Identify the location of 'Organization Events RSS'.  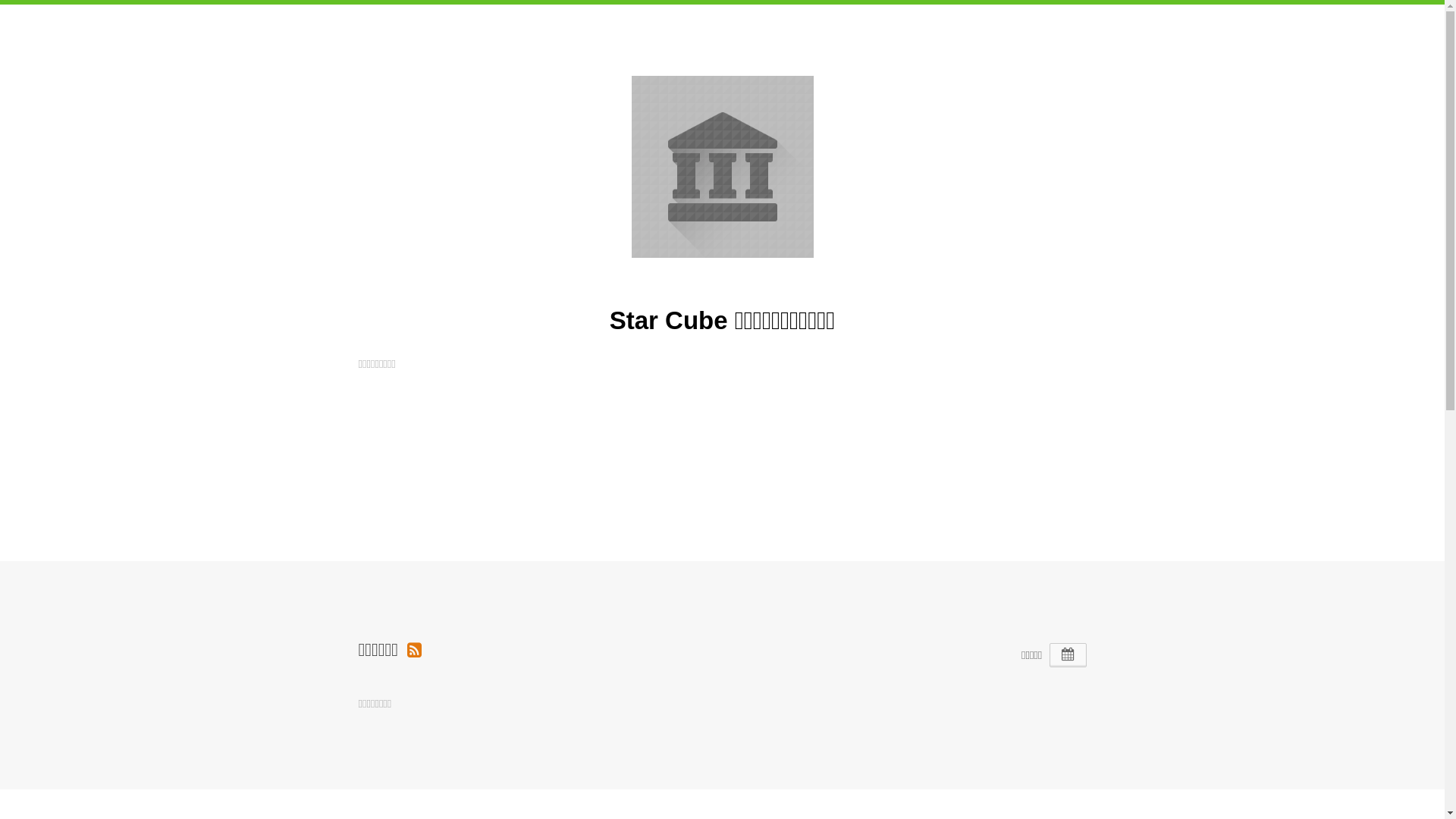
(407, 648).